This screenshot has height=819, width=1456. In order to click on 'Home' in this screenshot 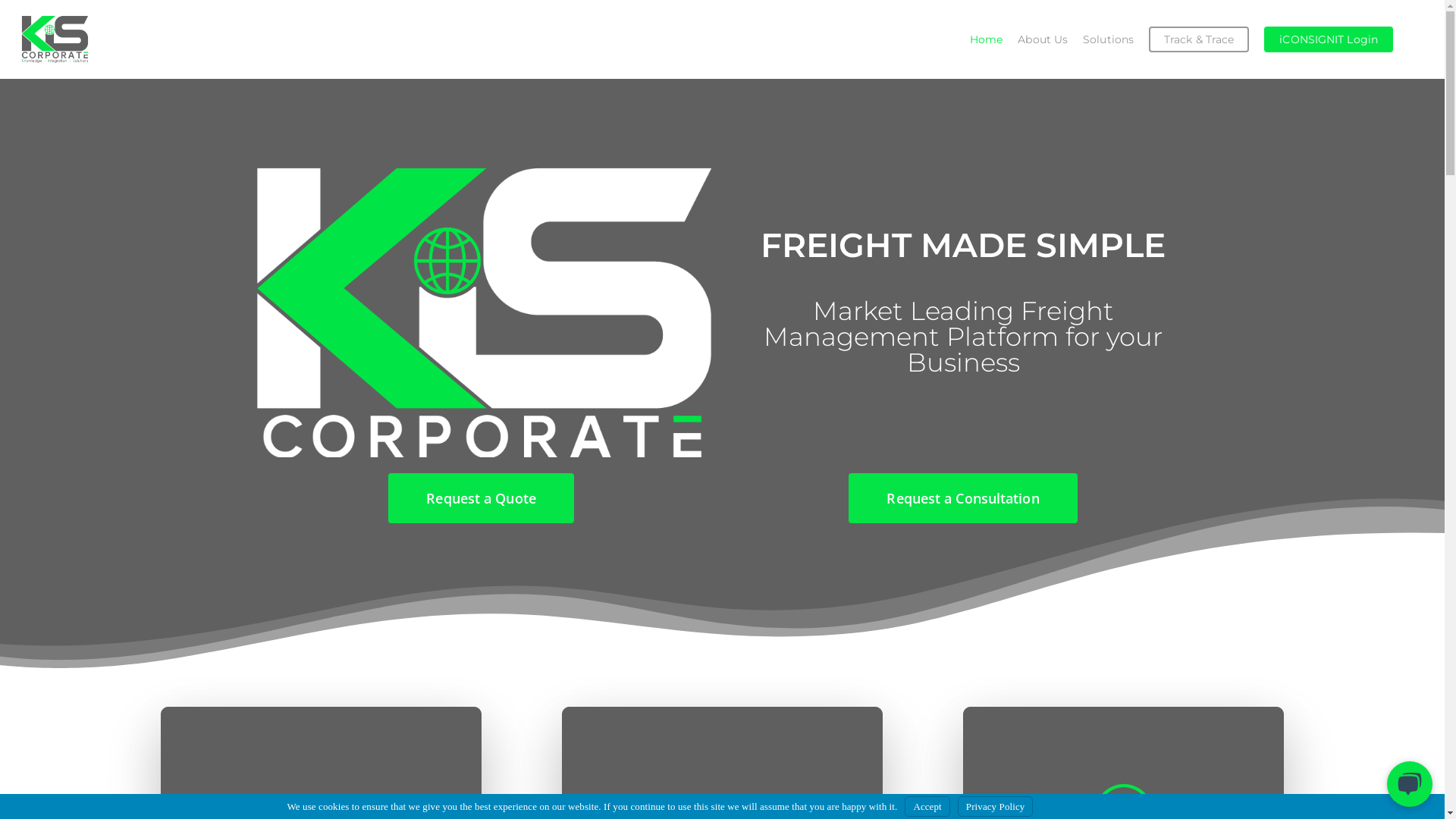, I will do `click(961, 38)`.